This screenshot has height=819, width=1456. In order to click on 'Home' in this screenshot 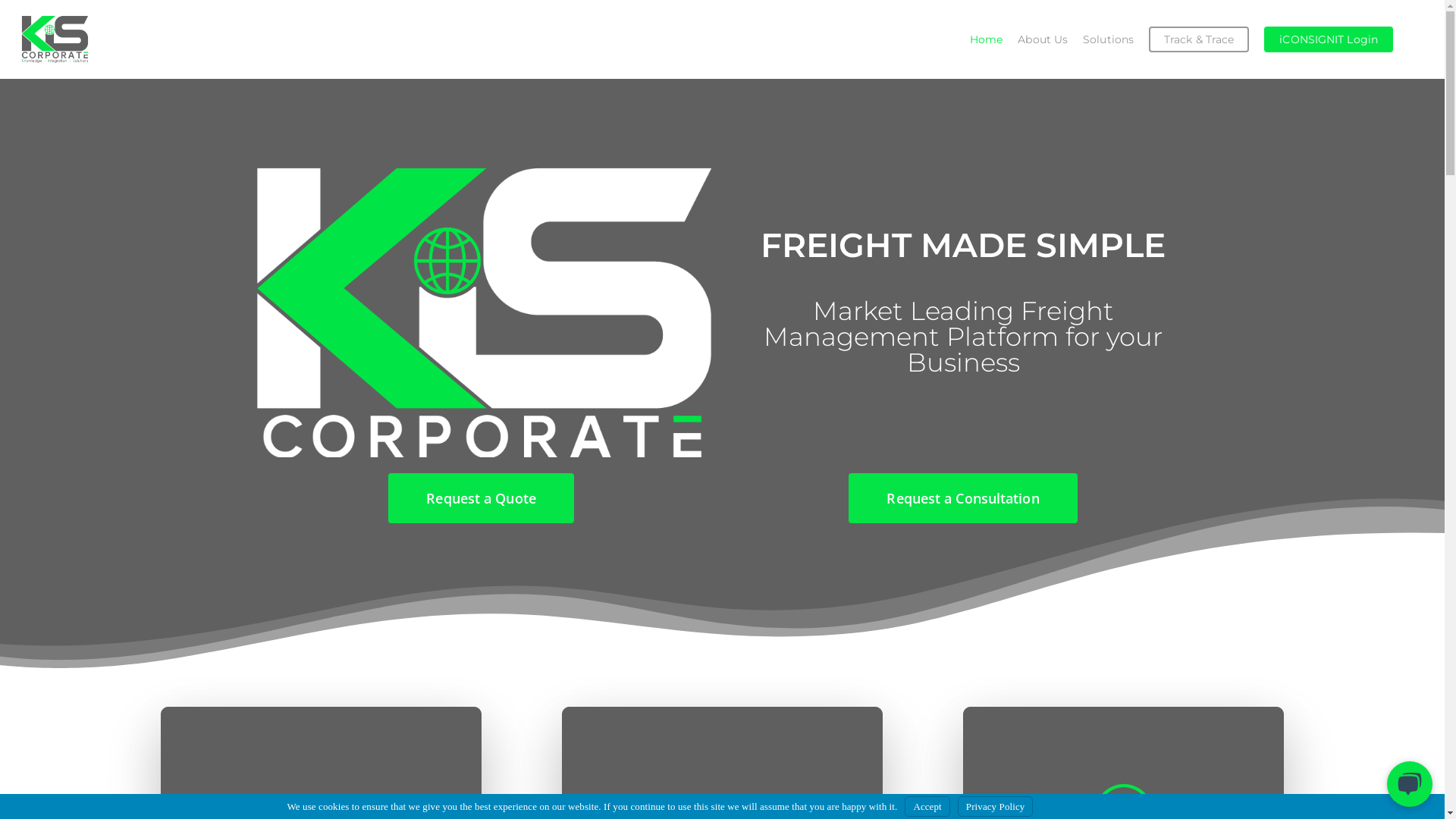, I will do `click(961, 38)`.